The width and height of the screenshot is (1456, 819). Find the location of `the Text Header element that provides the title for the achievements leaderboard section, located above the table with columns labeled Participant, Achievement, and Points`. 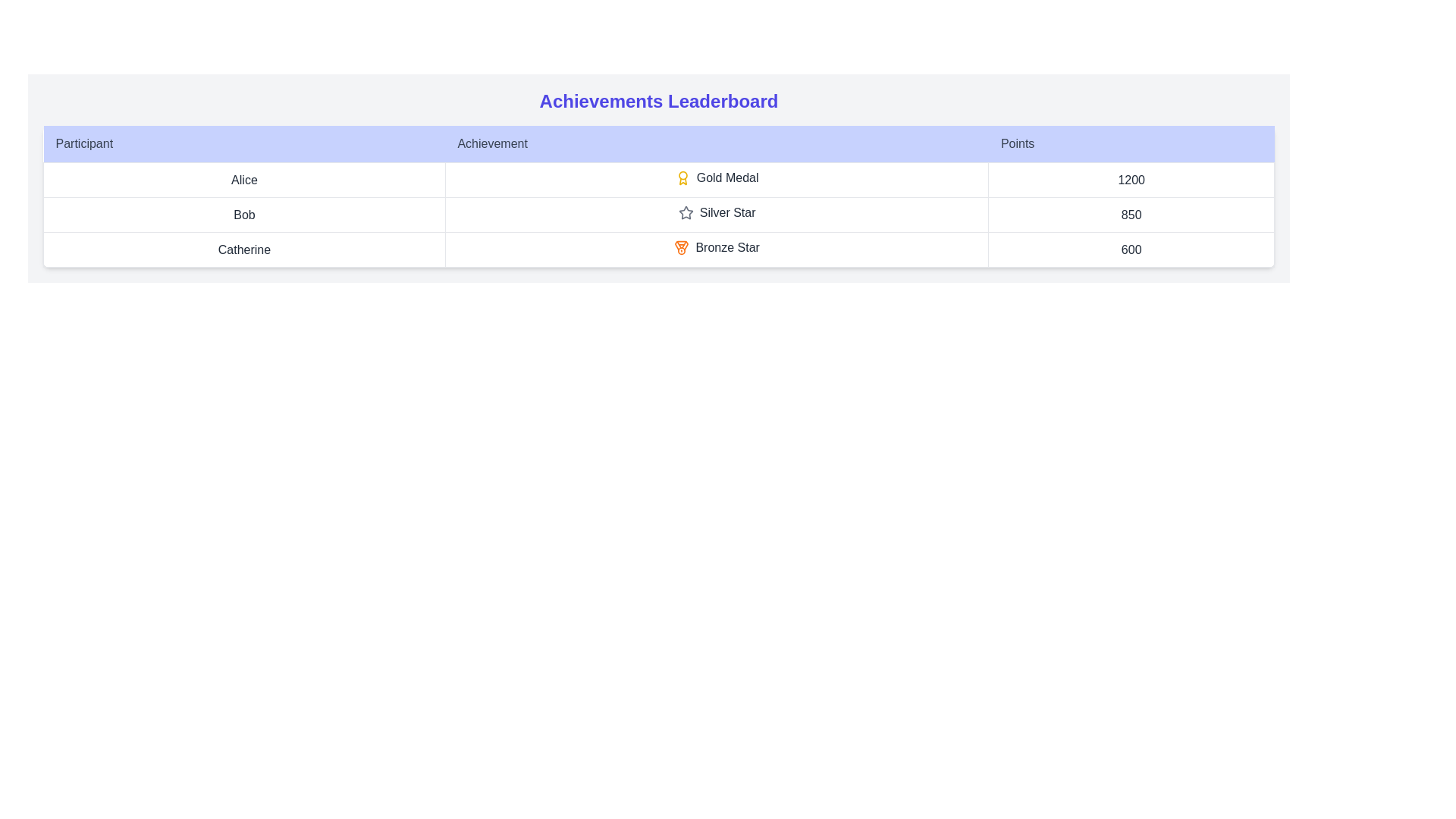

the Text Header element that provides the title for the achievements leaderboard section, located above the table with columns labeled Participant, Achievement, and Points is located at coordinates (658, 102).